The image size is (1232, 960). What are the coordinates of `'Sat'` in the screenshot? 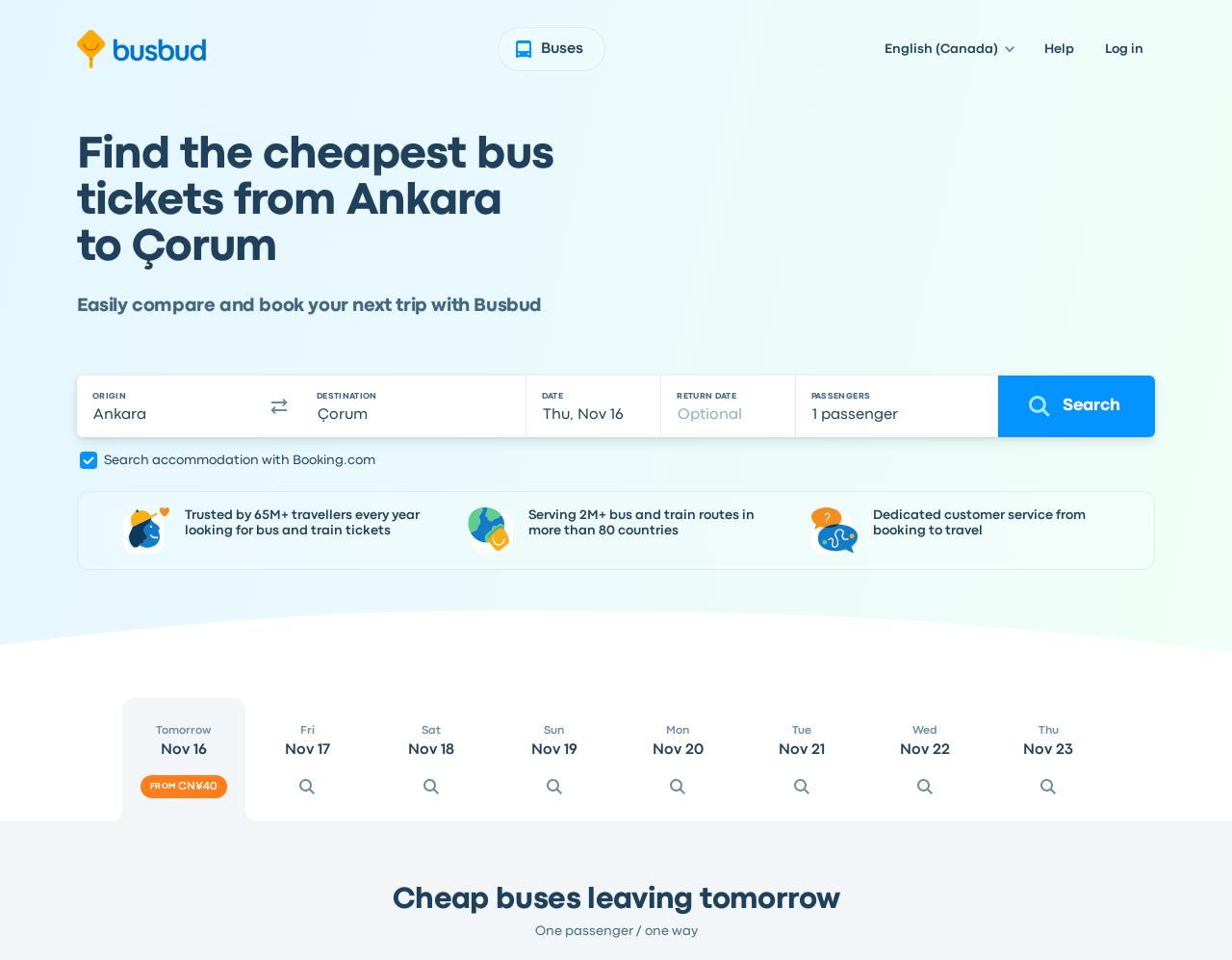 It's located at (428, 730).